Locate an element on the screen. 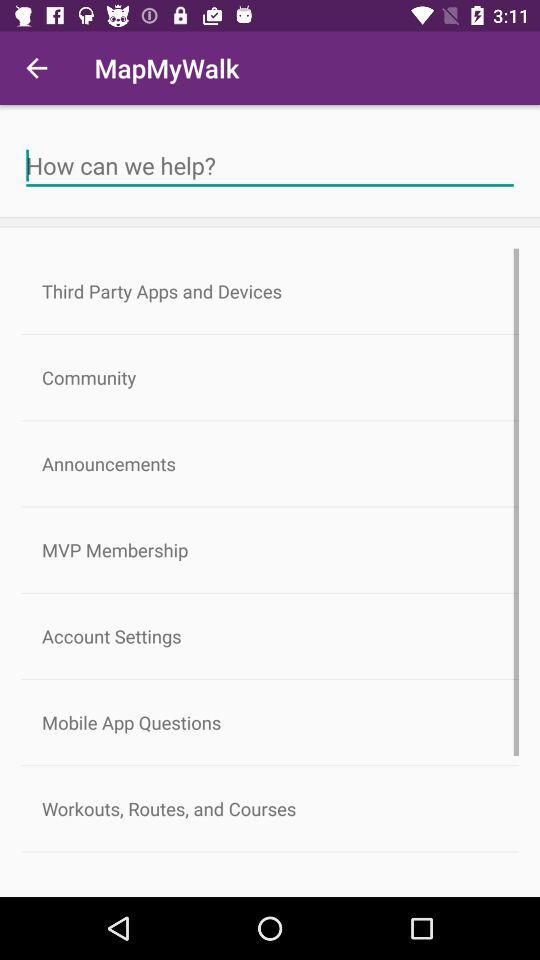 This screenshot has width=540, height=960. the icon above the announcements item is located at coordinates (270, 376).